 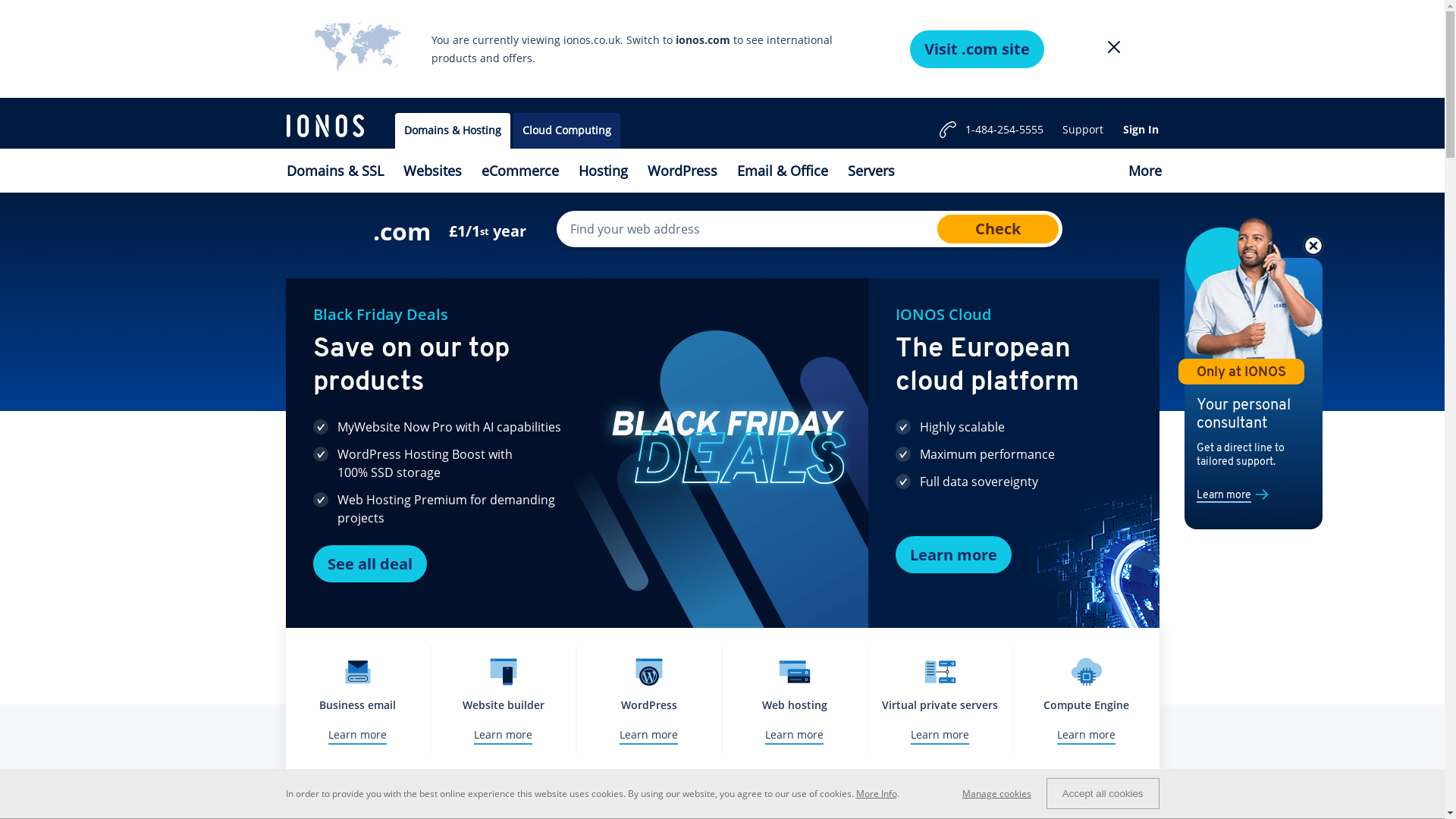 I want to click on 'eCommerce', so click(x=520, y=170).